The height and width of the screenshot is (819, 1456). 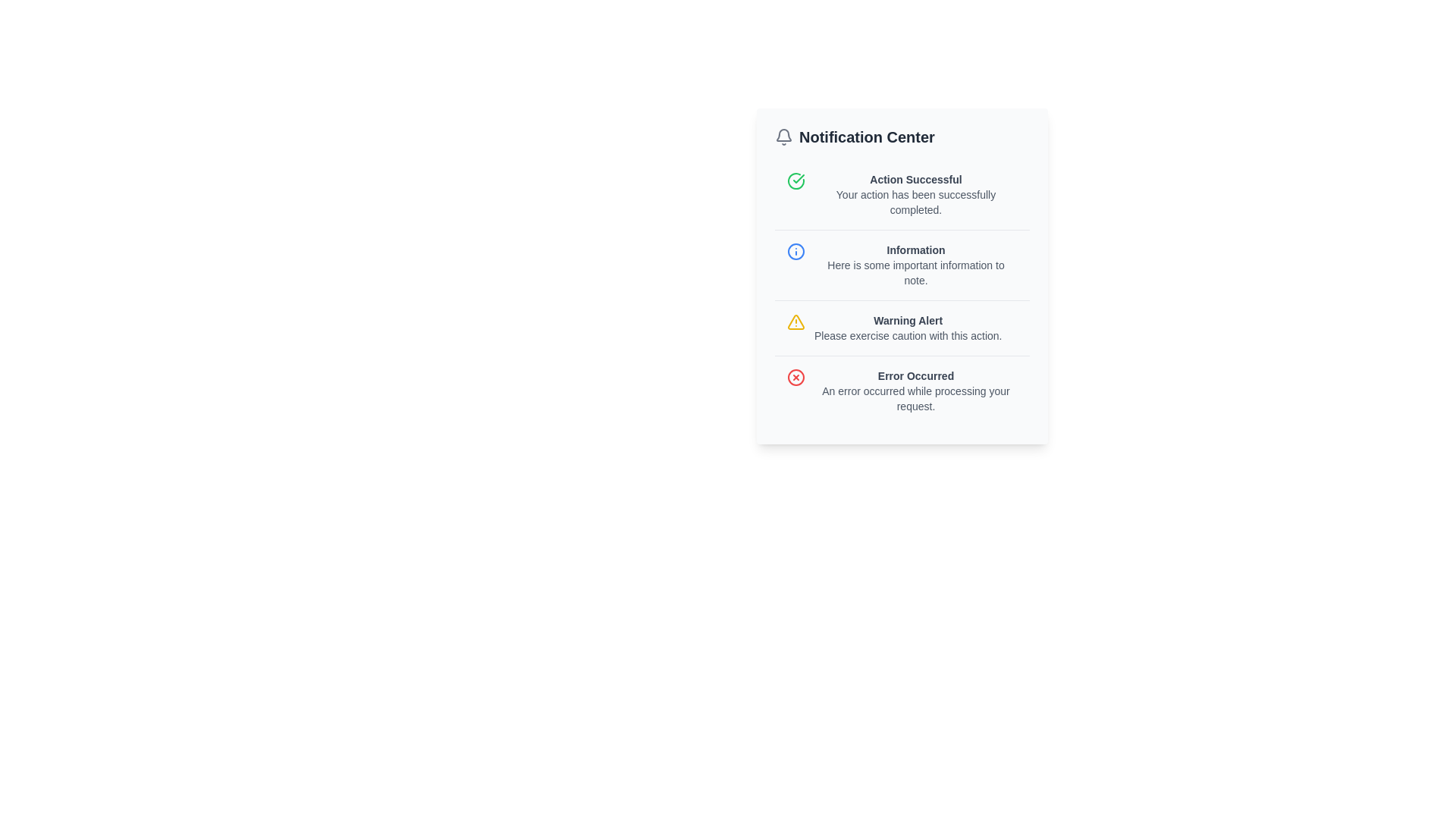 I want to click on the informational error message label located in the lower right quadrant of the interface, below the 'Error Occurred' text, so click(x=915, y=397).